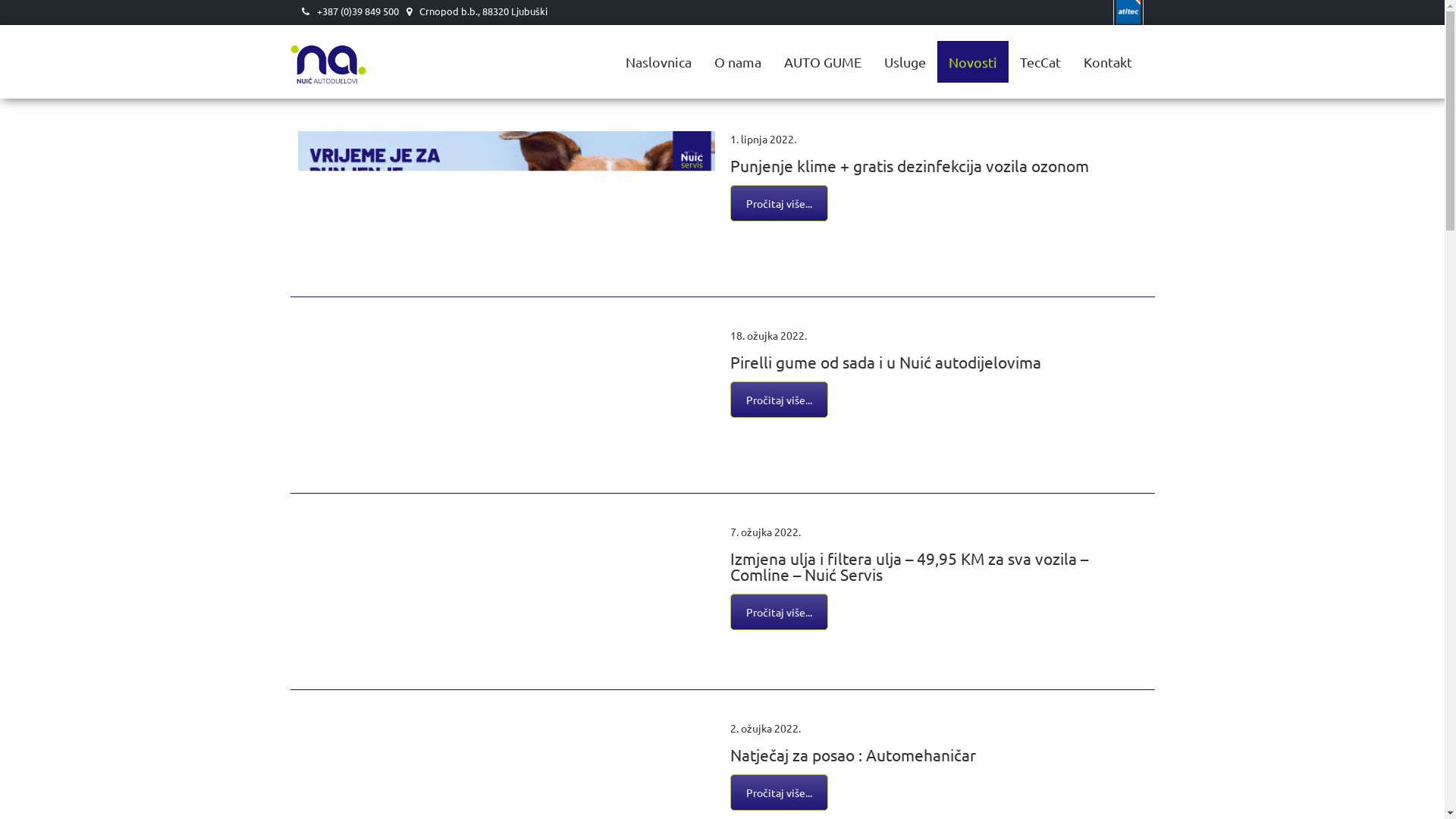 The image size is (1456, 819). Describe the element at coordinates (872, 61) in the screenshot. I see `'Usluge'` at that location.